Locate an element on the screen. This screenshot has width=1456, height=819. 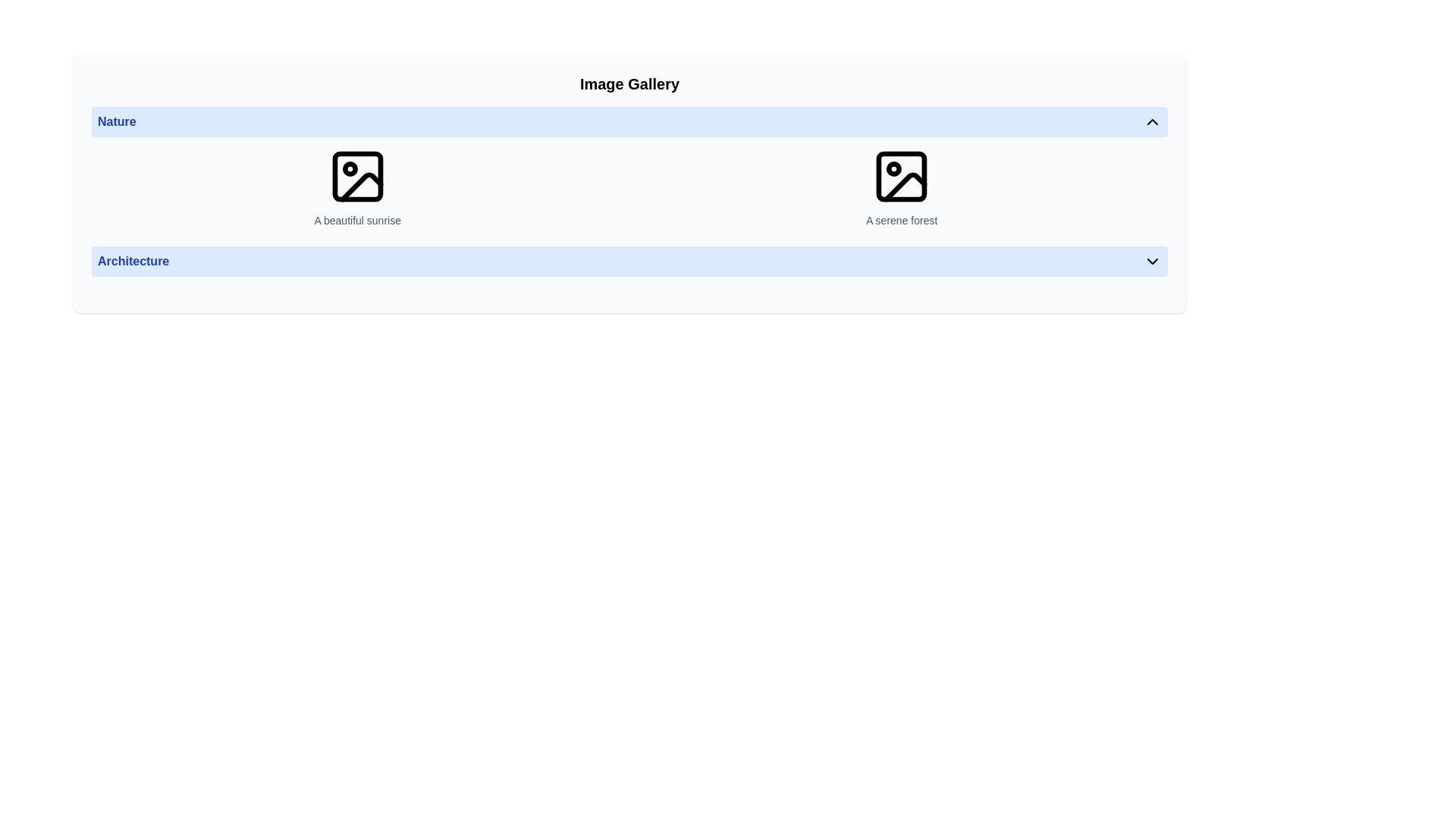
text label 'Nature' which is styled with a bold font in blue, located on the left side of a horizontal bar at the top of the interface is located at coordinates (116, 121).